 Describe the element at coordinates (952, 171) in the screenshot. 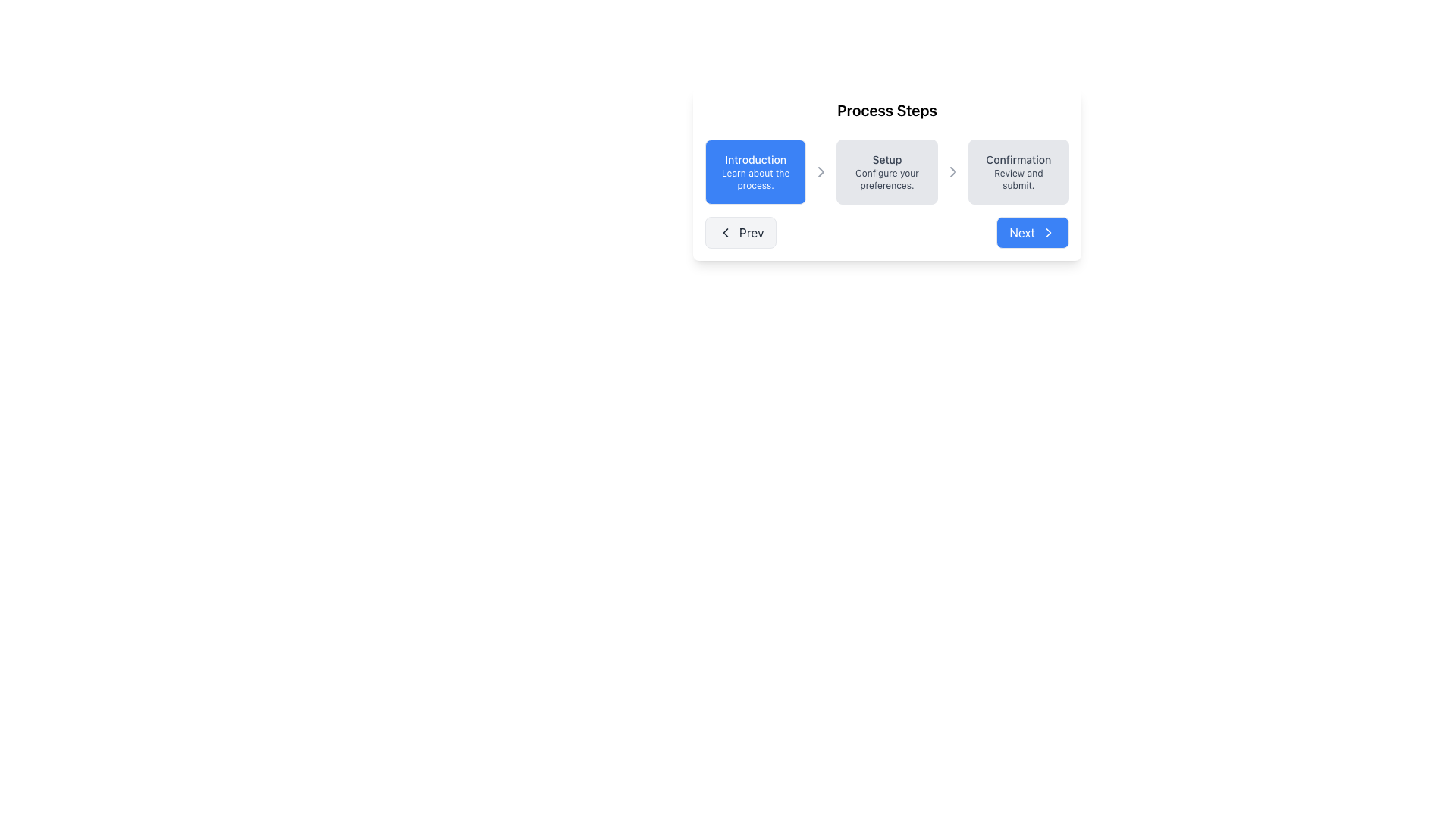

I see `the progression icon located between the 'Setup' and 'Confirmation' sections of the navigation widget to move to the next step in the multi-step process` at that location.